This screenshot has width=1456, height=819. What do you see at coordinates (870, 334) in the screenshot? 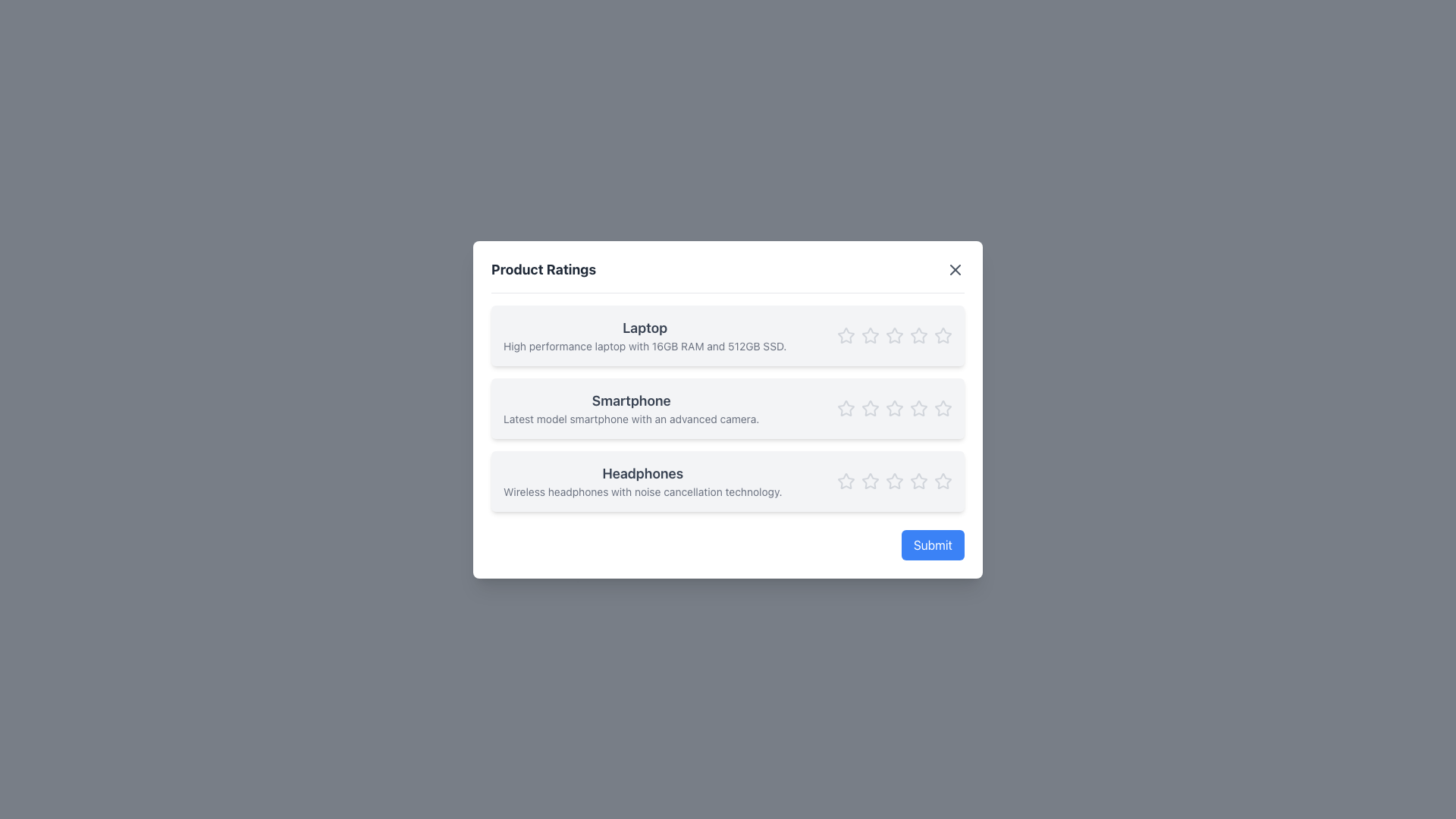
I see `the second star icon in the 5-star rating system under the 'Laptop' category` at bounding box center [870, 334].